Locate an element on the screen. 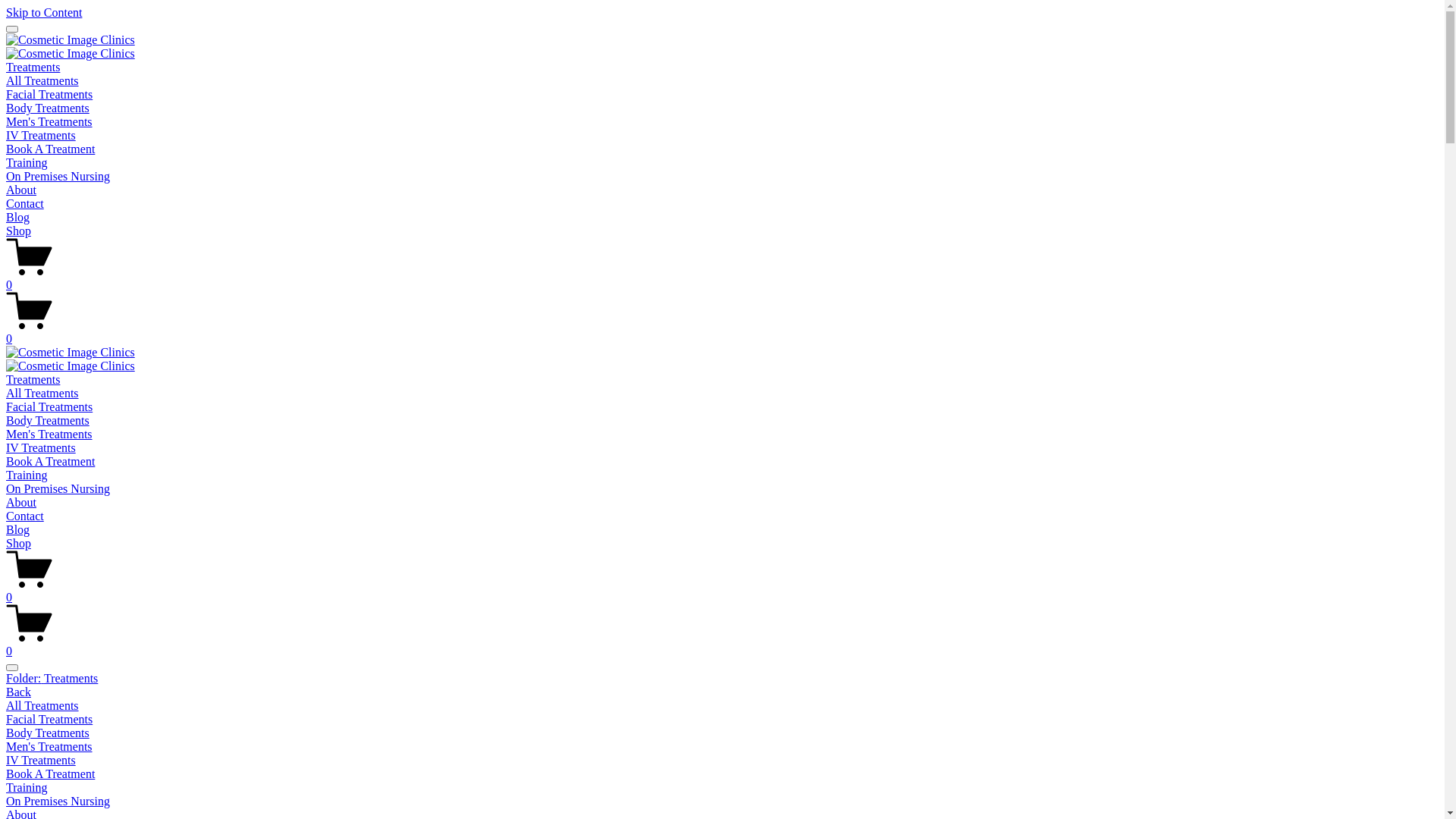 This screenshot has width=1456, height=819. 'Contact' is located at coordinates (25, 202).